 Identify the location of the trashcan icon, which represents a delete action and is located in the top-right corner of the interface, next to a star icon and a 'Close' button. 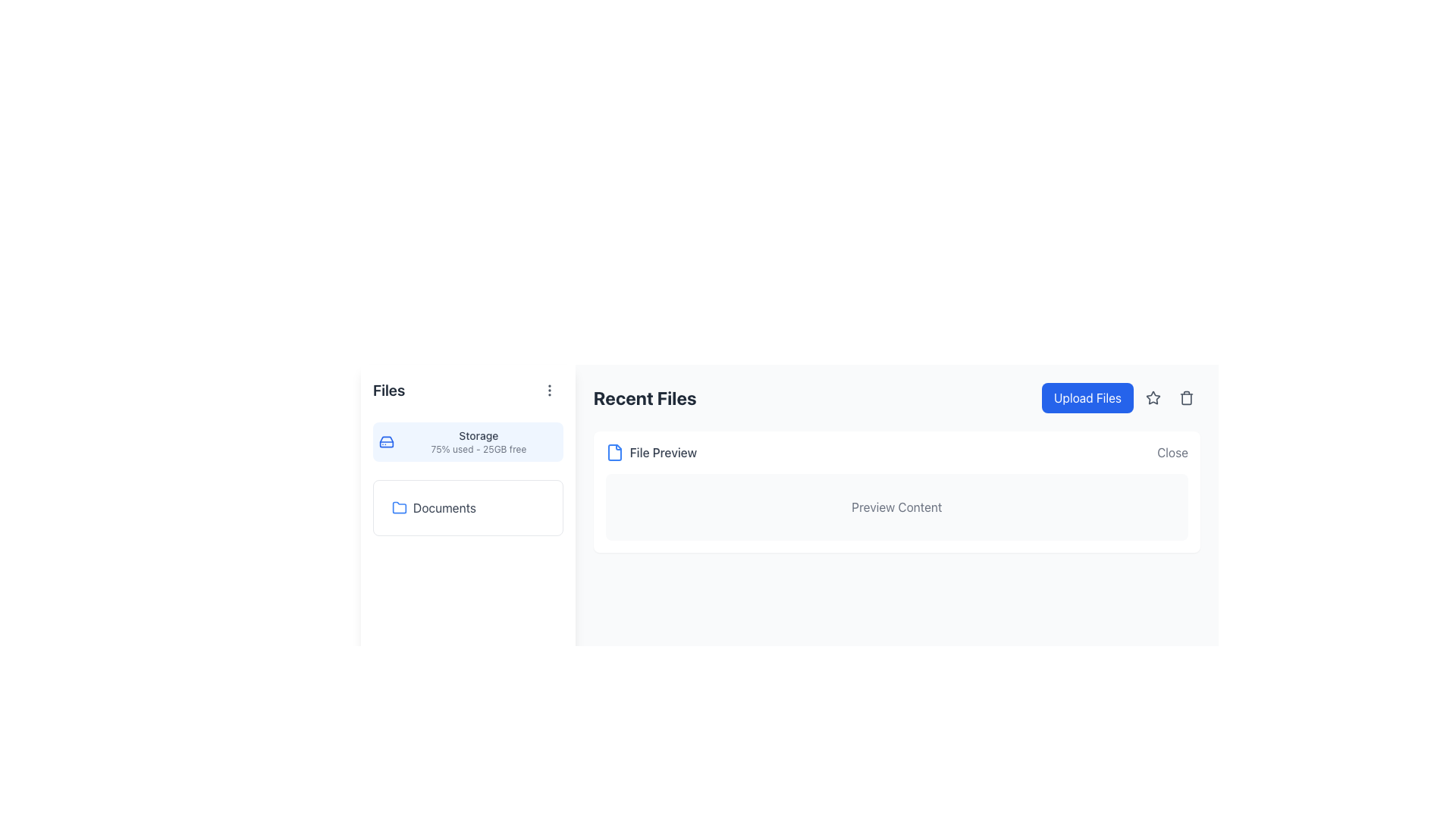
(1185, 397).